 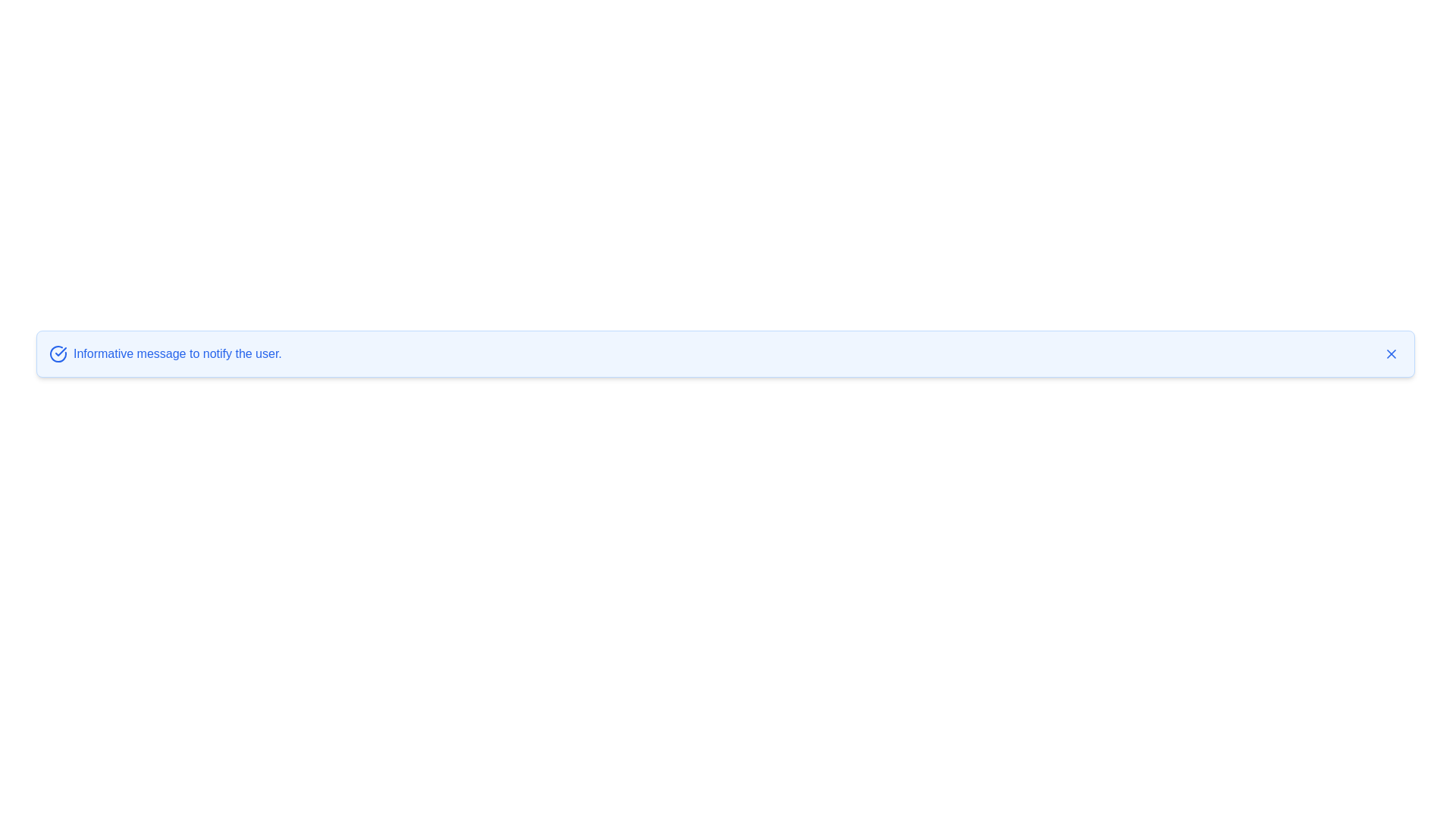 I want to click on the close button located on the far-right side of the notification bar, so click(x=1391, y=353).